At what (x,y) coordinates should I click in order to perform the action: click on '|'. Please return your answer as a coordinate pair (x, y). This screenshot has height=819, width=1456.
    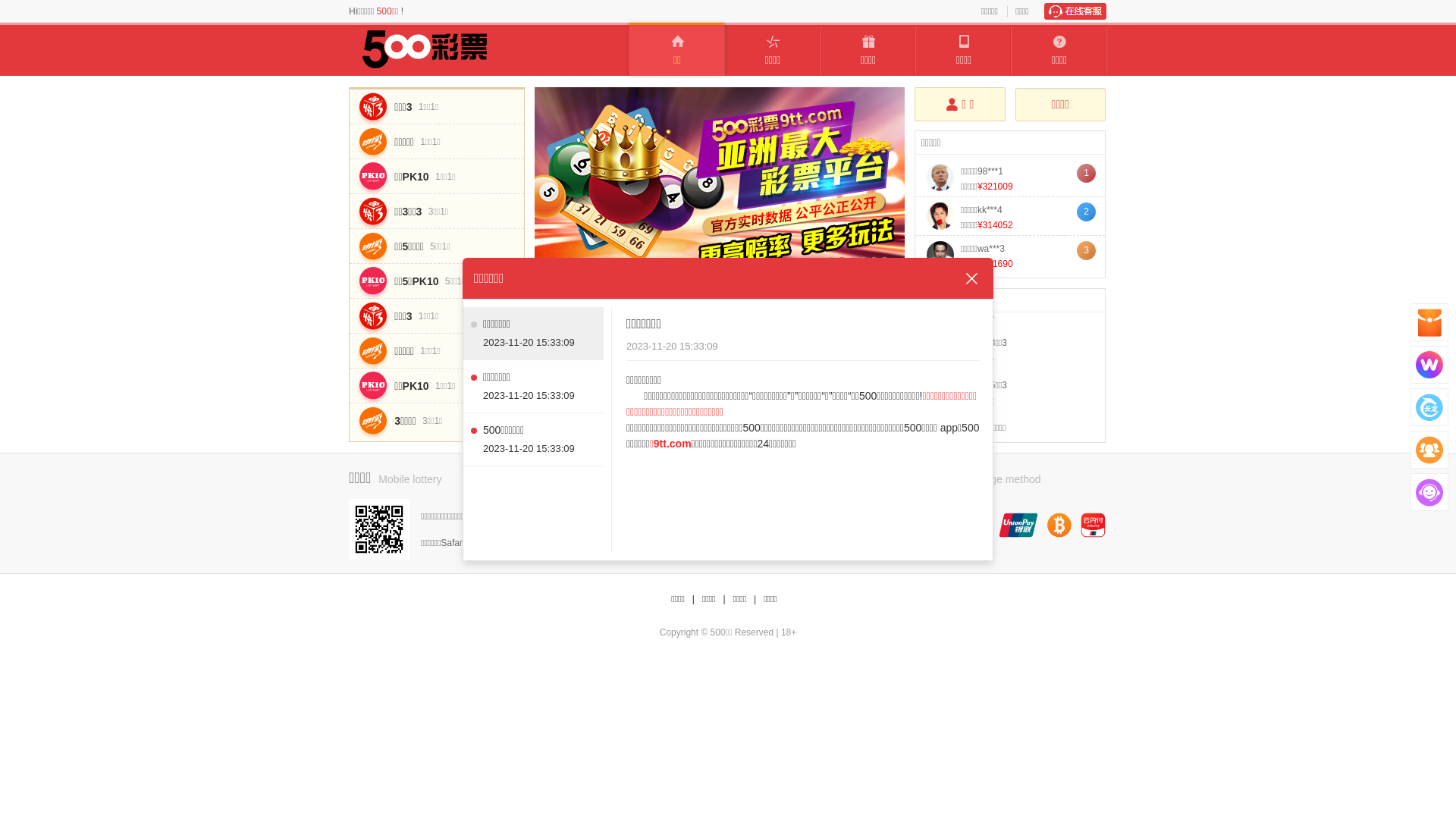
    Looking at the image, I should click on (723, 598).